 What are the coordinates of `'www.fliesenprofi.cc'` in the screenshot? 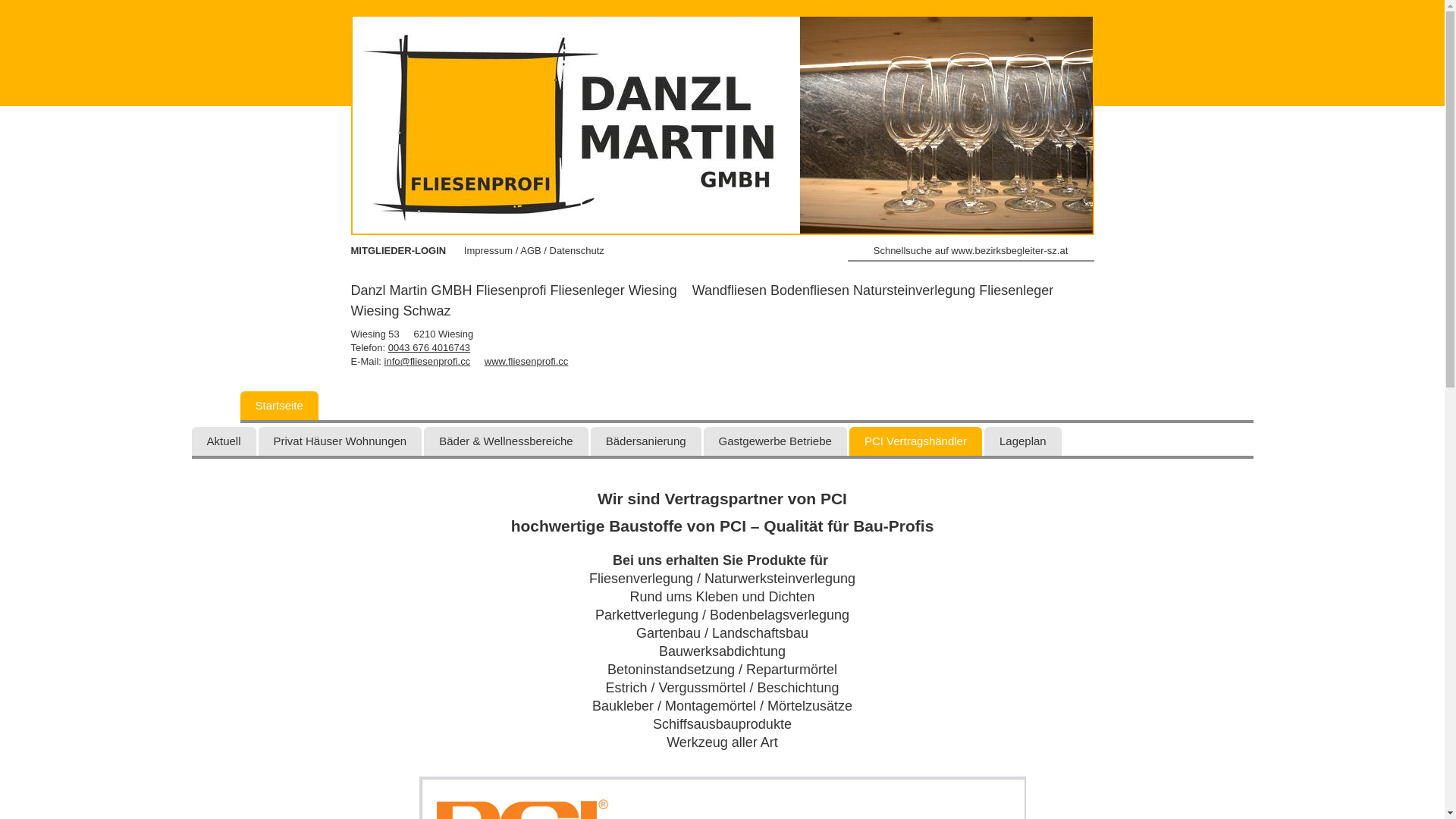 It's located at (483, 361).